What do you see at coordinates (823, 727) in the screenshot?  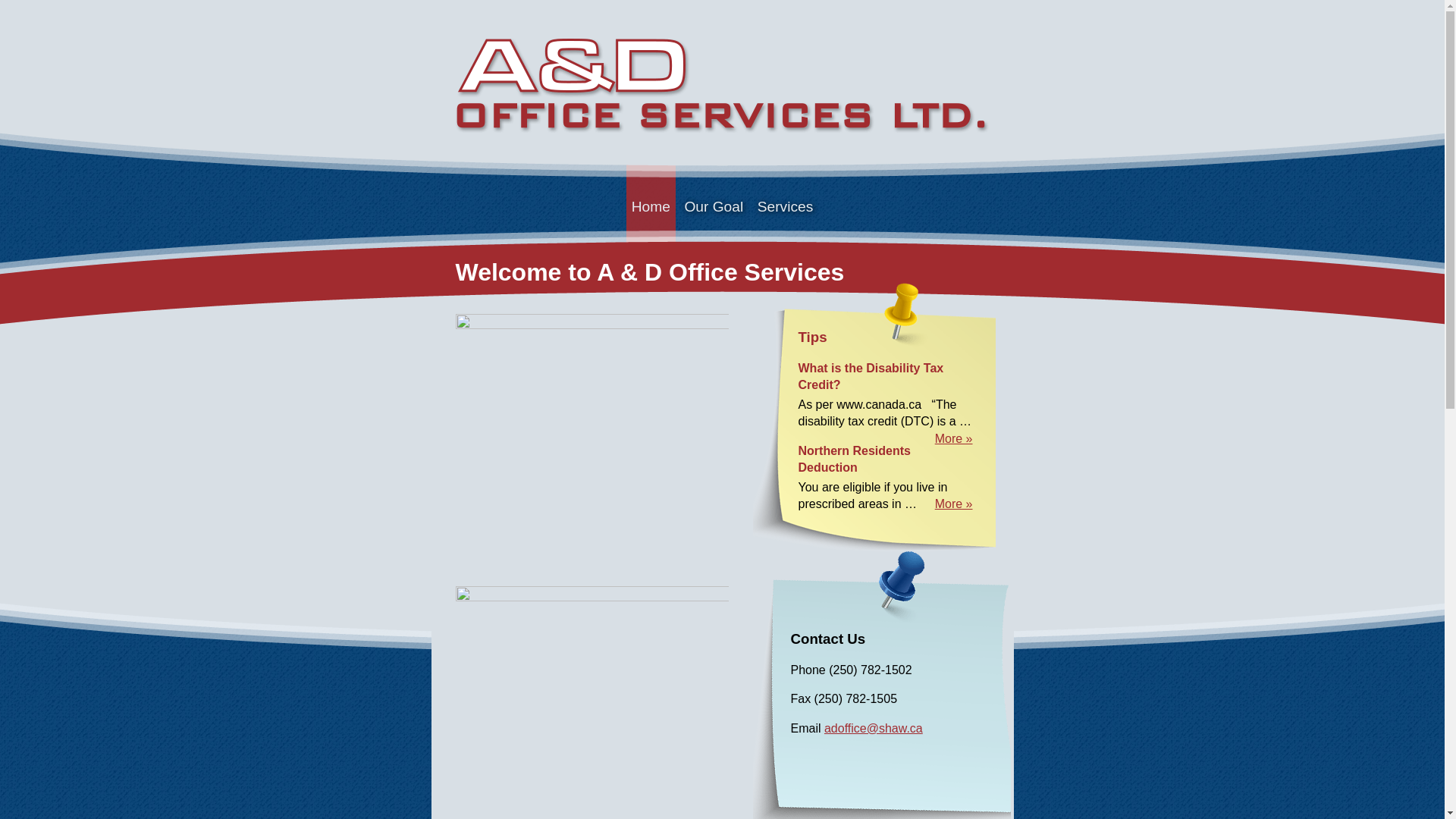 I see `'adoffice@shaw.ca'` at bounding box center [823, 727].